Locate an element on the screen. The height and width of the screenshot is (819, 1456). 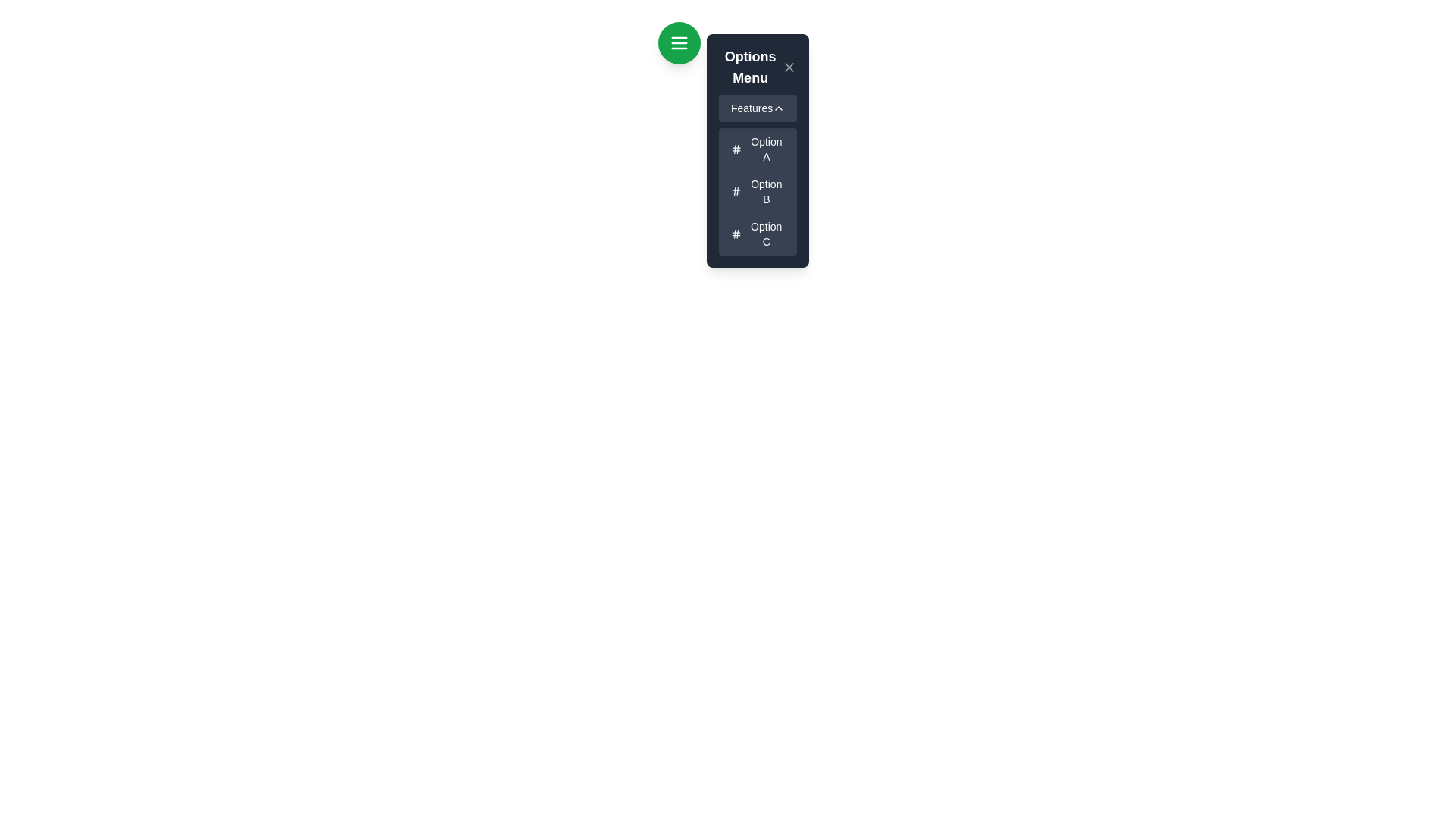
the hash '#' icon located to the left of the text 'Option B' in the vertical menu is located at coordinates (736, 191).